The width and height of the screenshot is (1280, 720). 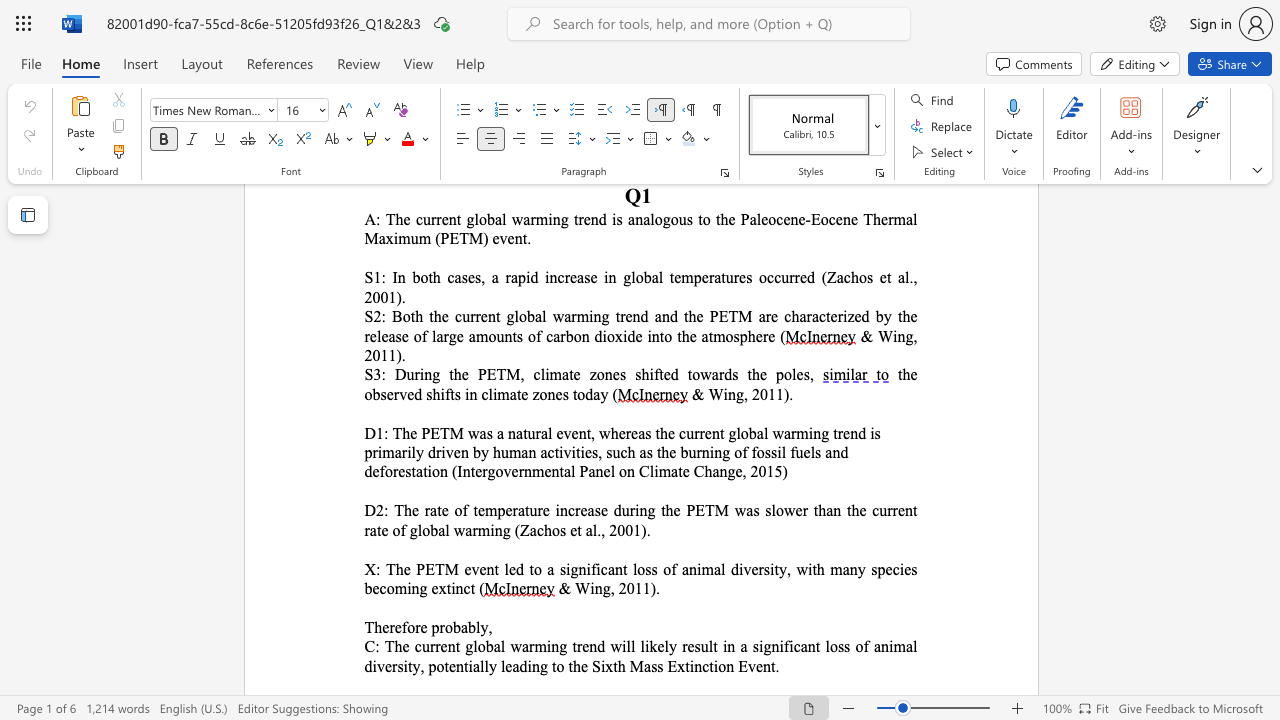 I want to click on the subset text "ikel" within the text "likely result", so click(x=644, y=646).